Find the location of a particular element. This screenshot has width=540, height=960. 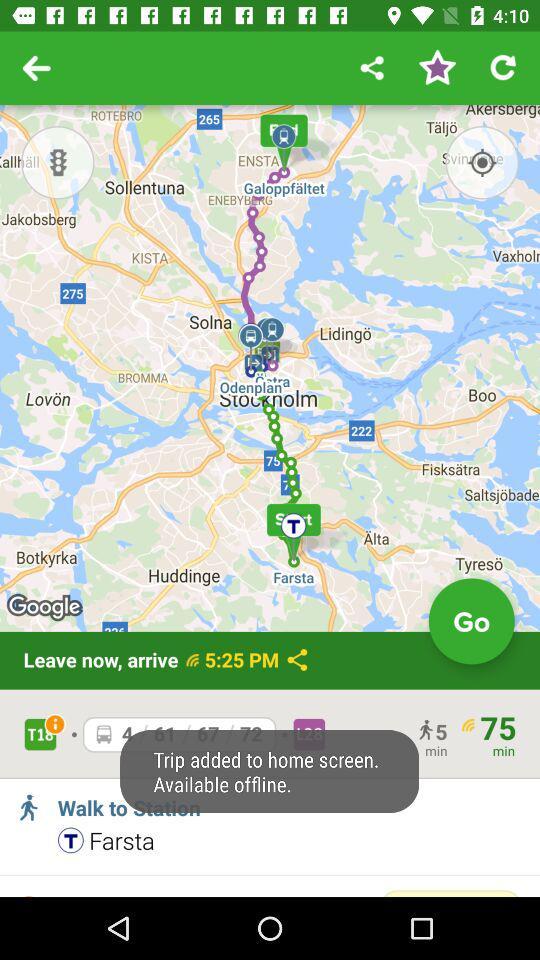

rateing is located at coordinates (436, 68).